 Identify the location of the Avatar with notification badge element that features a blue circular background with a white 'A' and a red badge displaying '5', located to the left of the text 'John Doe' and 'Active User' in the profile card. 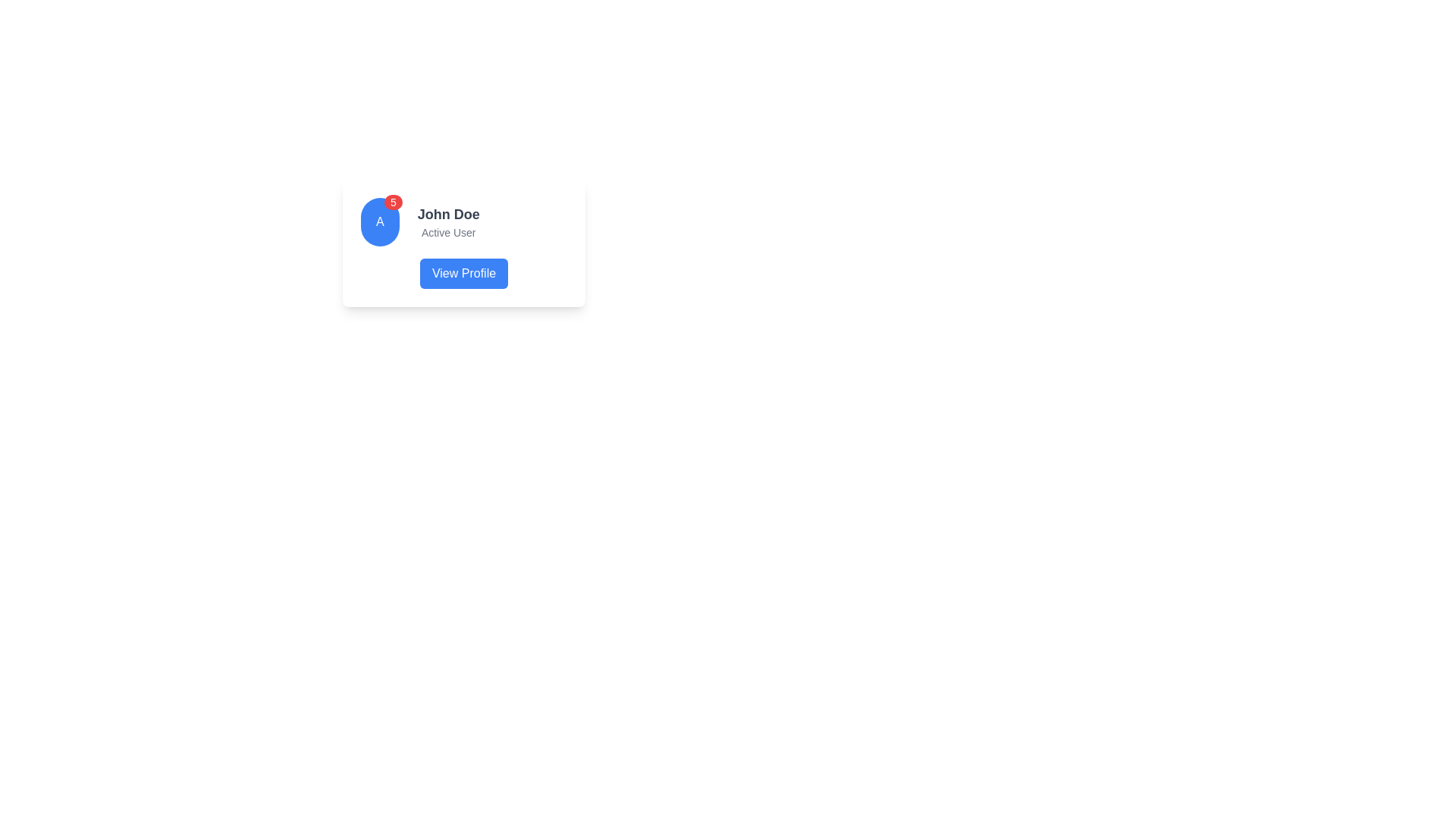
(380, 222).